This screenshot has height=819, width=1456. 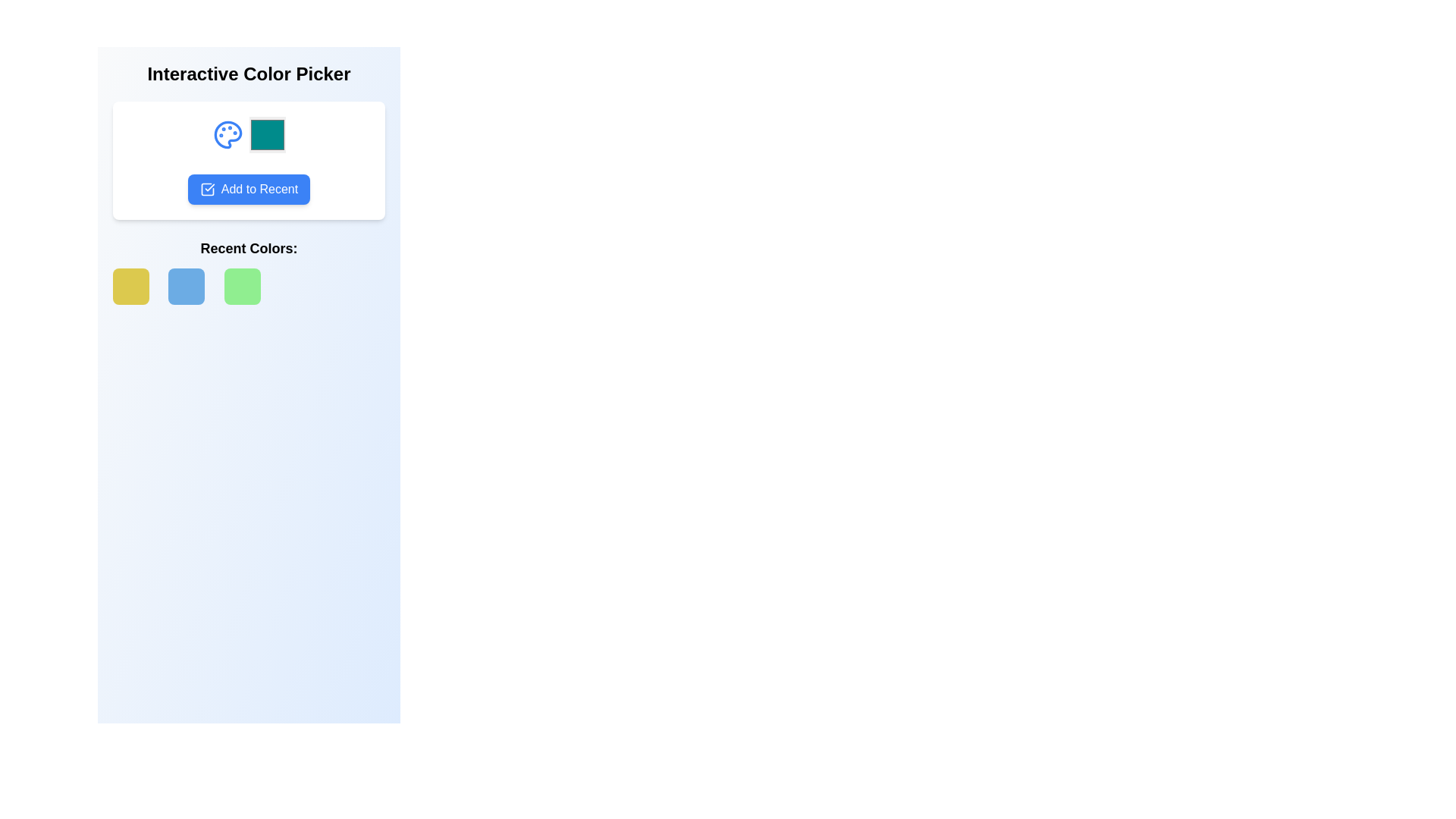 What do you see at coordinates (249, 189) in the screenshot?
I see `the blue 'Add to Recent' button with a checkmark icon` at bounding box center [249, 189].